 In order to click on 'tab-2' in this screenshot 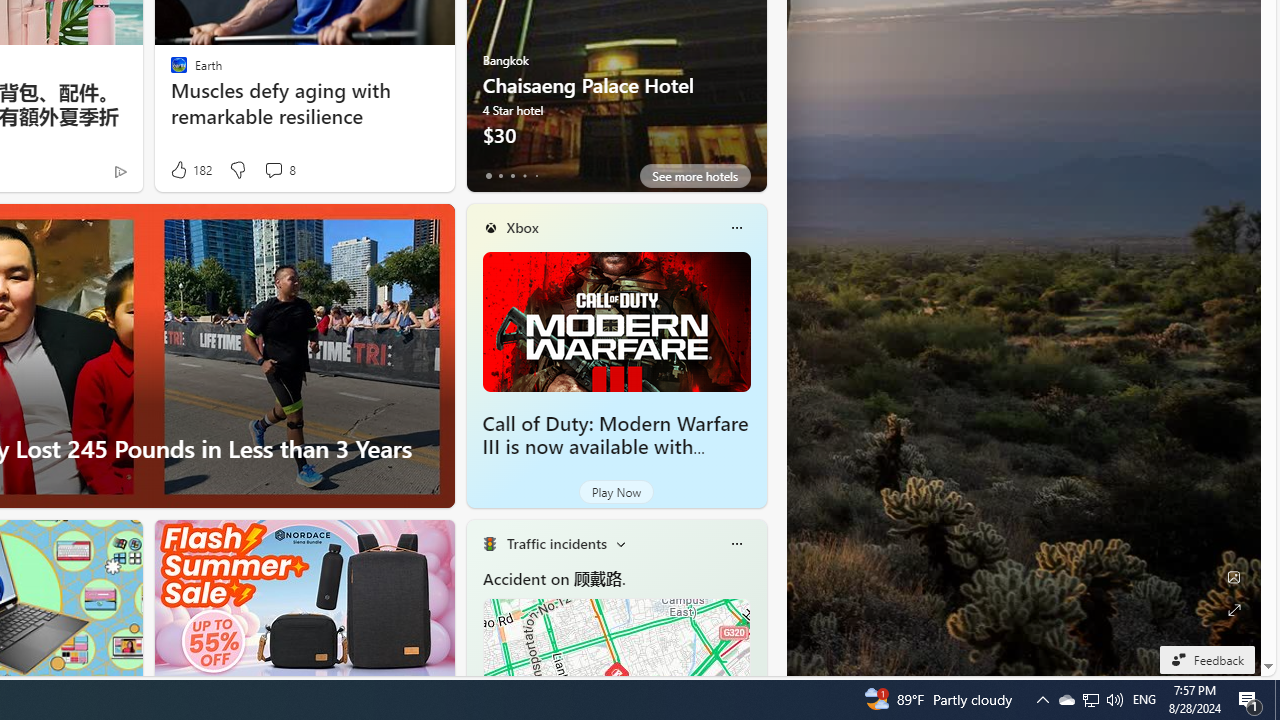, I will do `click(512, 175)`.